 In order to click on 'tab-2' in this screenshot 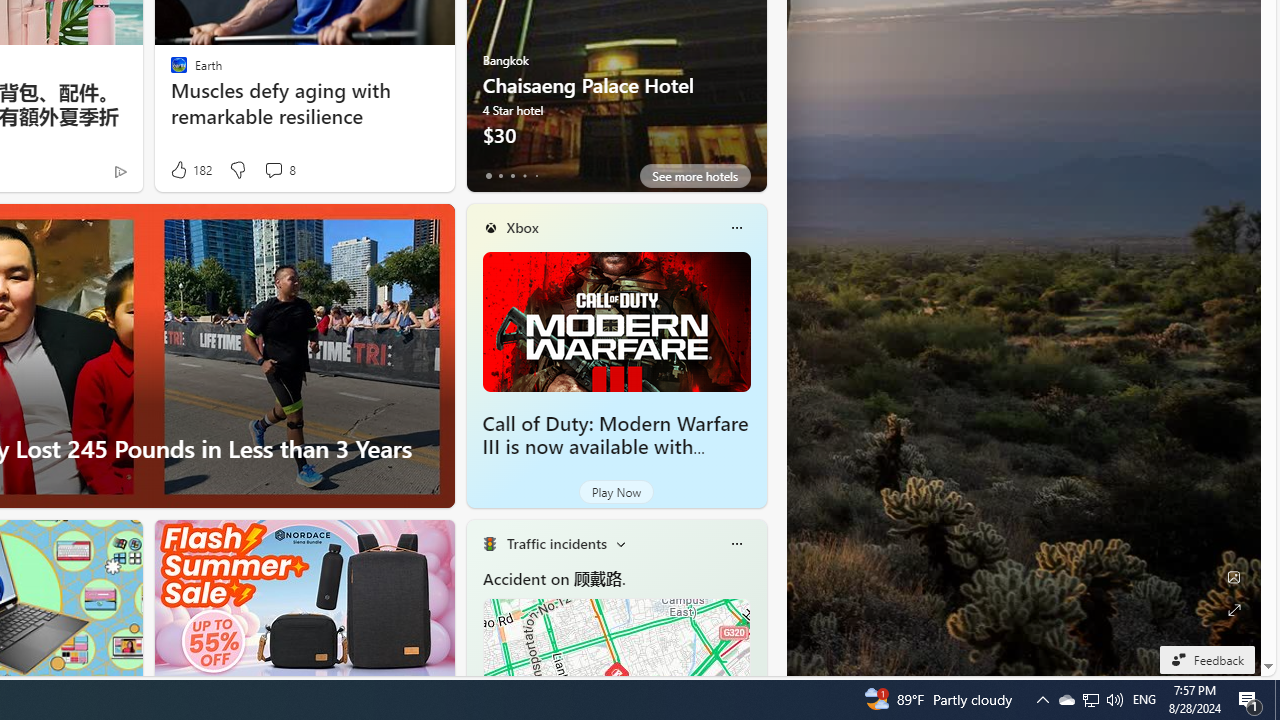, I will do `click(512, 175)`.